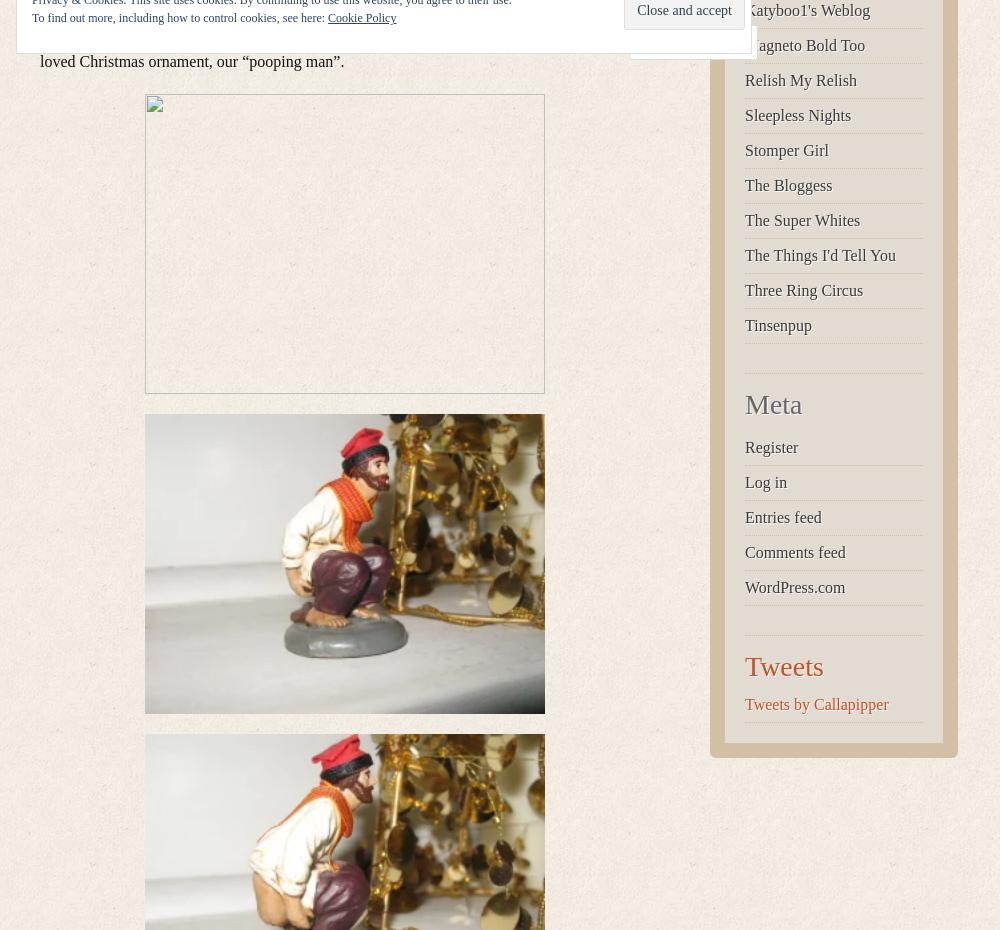  Describe the element at coordinates (771, 447) in the screenshot. I see `'Register'` at that location.